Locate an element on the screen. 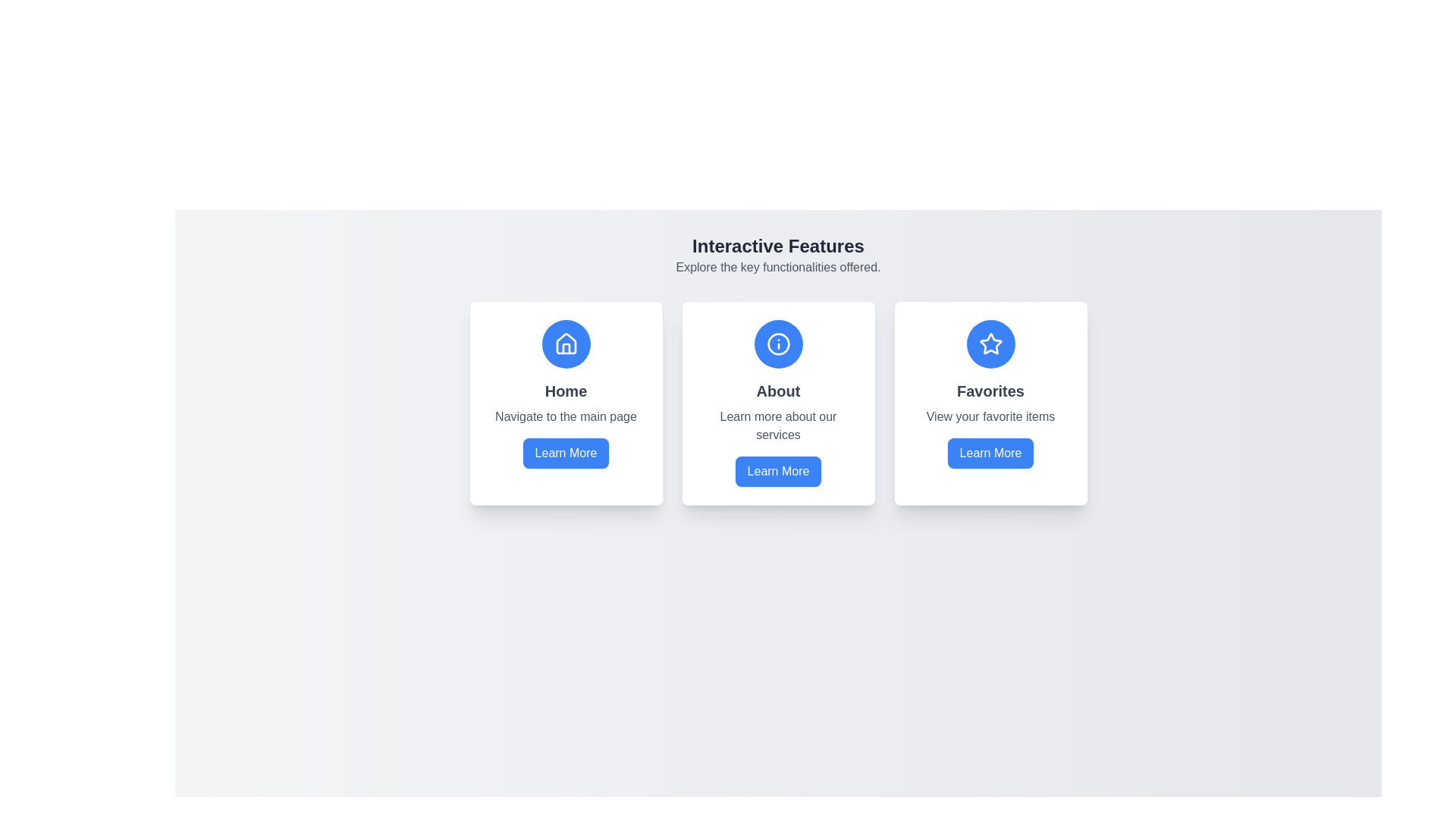 The height and width of the screenshot is (819, 1456). the 'Favorites' icon located at the top-center of the 'Favorites' card, just above the text 'Favorites' and the 'Learn More' button is located at coordinates (990, 344).